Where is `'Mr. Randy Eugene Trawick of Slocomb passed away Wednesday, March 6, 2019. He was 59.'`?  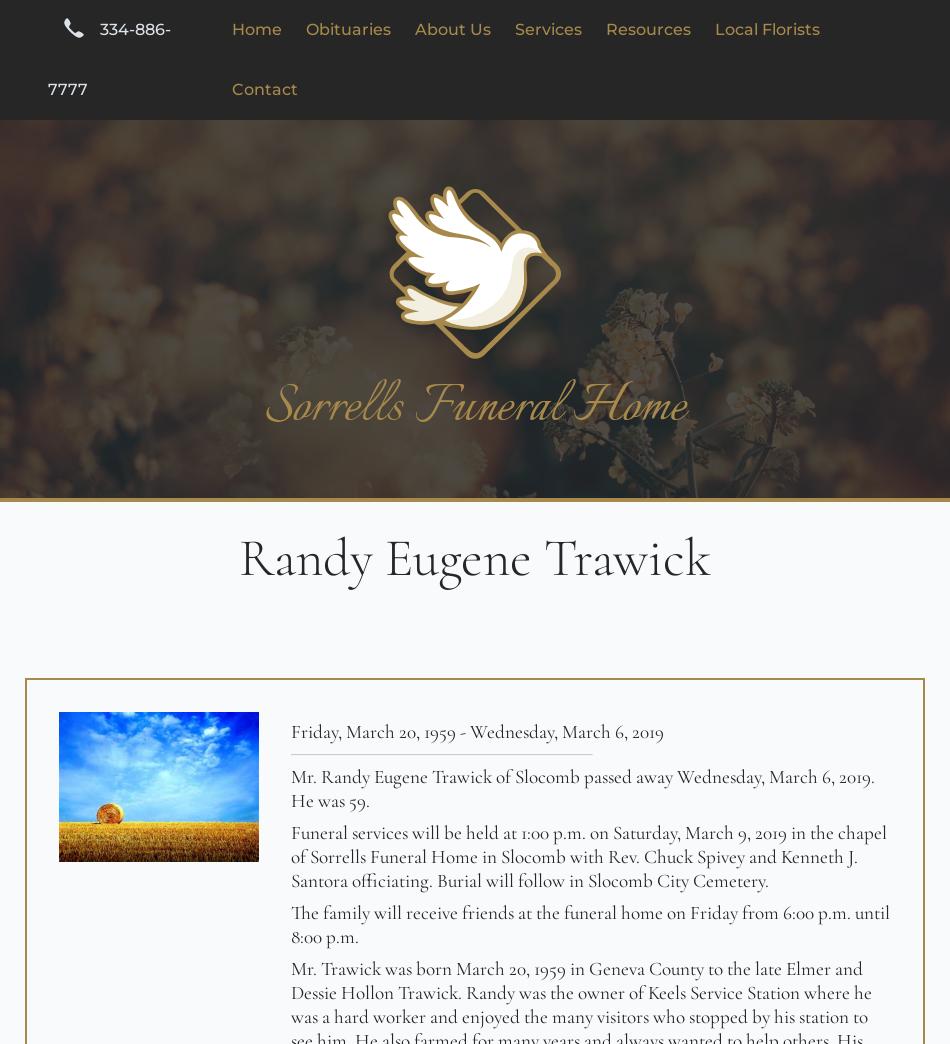 'Mr. Randy Eugene Trawick of Slocomb passed away Wednesday, March 6, 2019. He was 59.' is located at coordinates (583, 787).